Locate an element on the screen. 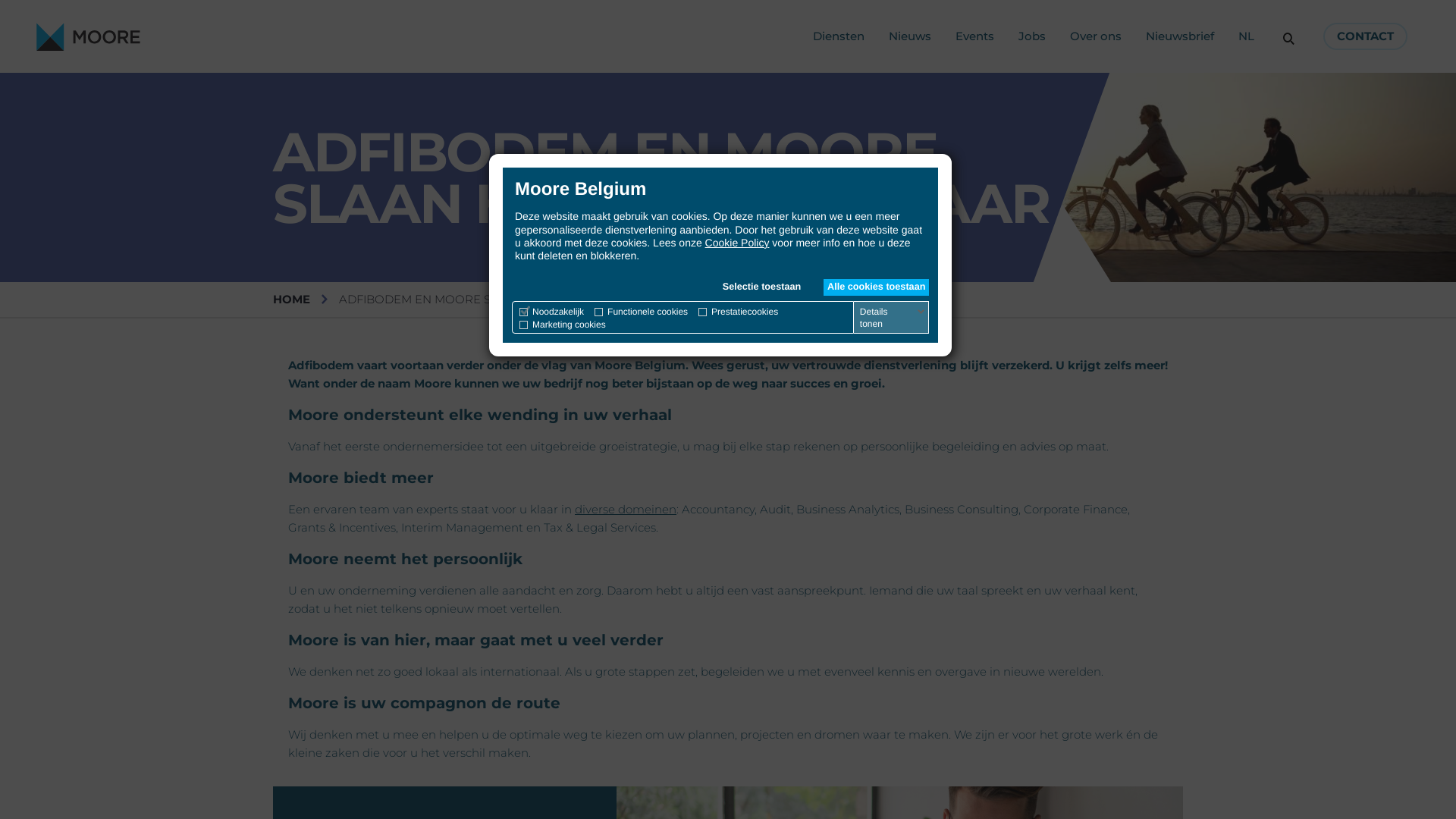 Image resolution: width=1456 pixels, height=819 pixels. 'Diensten' is located at coordinates (837, 35).